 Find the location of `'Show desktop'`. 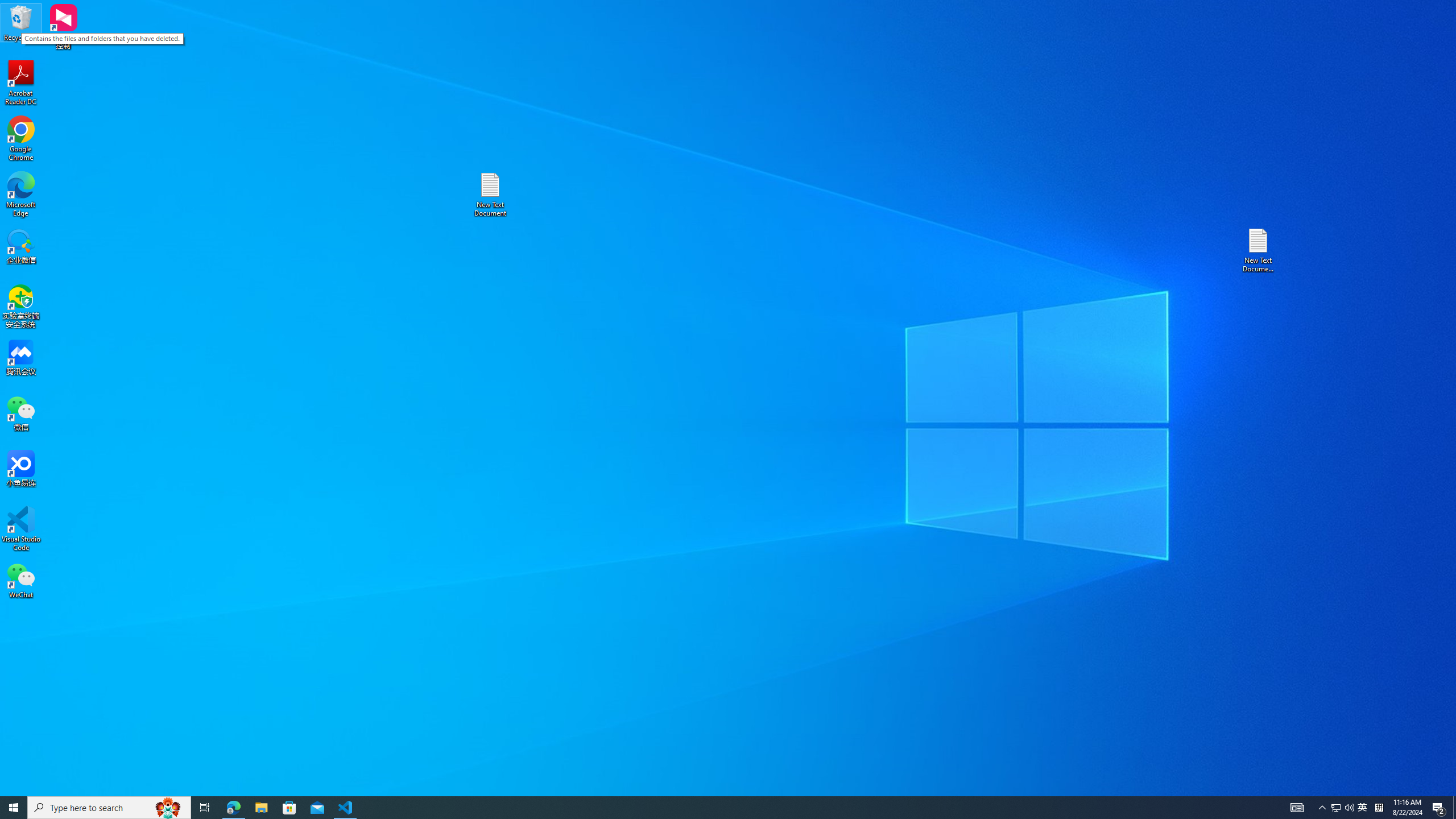

'Show desktop' is located at coordinates (1454, 806).